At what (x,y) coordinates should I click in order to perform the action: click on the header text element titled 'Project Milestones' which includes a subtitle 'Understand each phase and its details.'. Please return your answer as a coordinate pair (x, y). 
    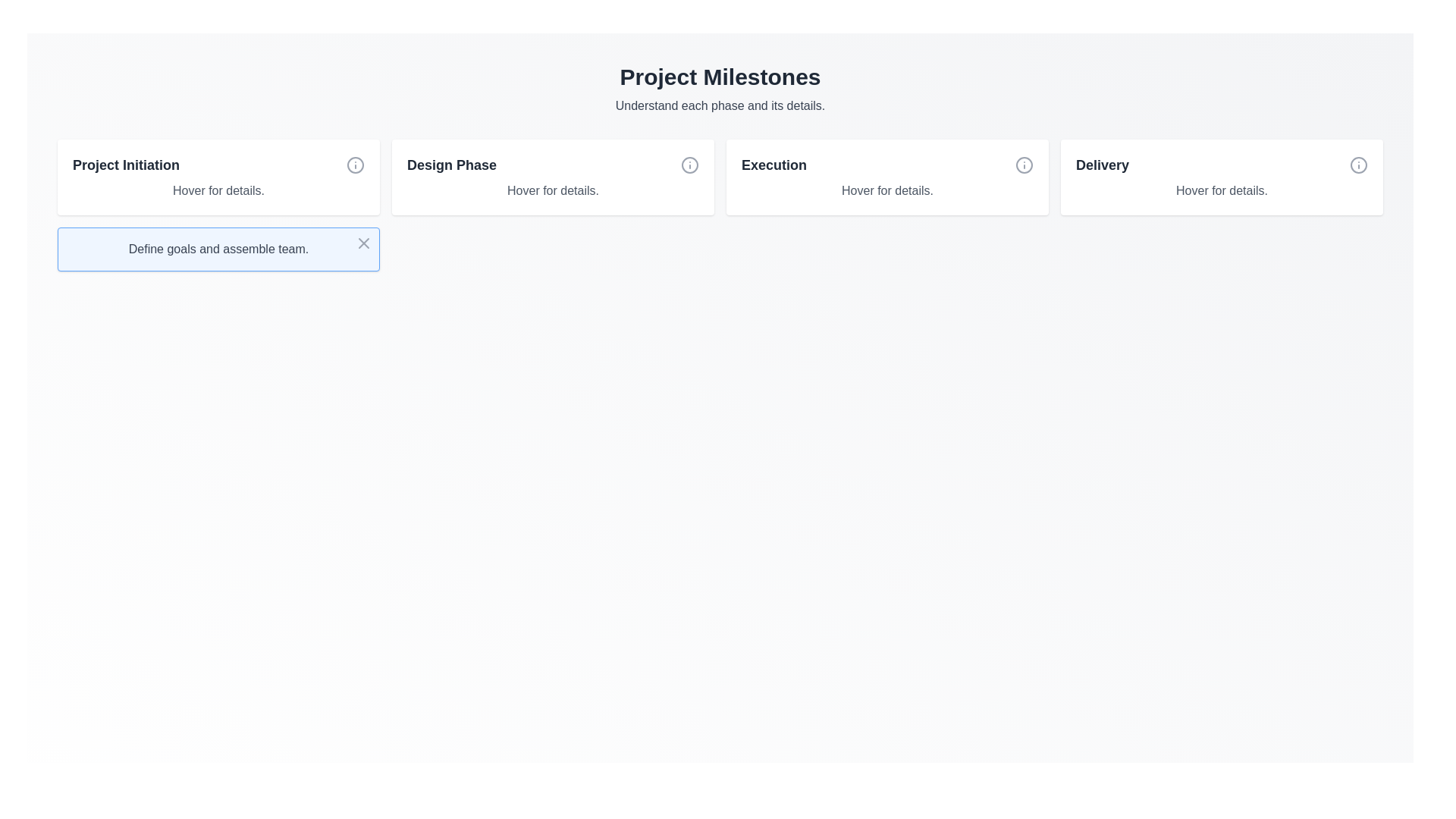
    Looking at the image, I should click on (720, 89).